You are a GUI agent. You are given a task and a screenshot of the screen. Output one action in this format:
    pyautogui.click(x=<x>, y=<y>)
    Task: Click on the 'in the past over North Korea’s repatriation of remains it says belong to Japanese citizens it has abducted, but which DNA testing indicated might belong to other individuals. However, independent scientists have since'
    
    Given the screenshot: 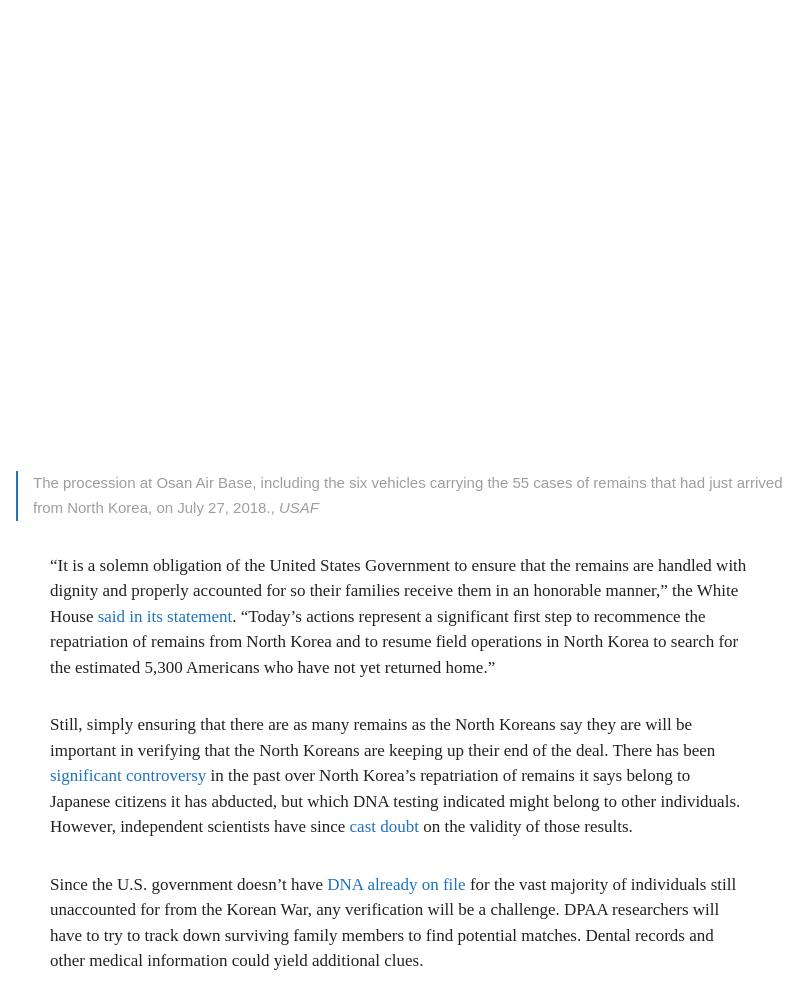 What is the action you would take?
    pyautogui.click(x=394, y=800)
    